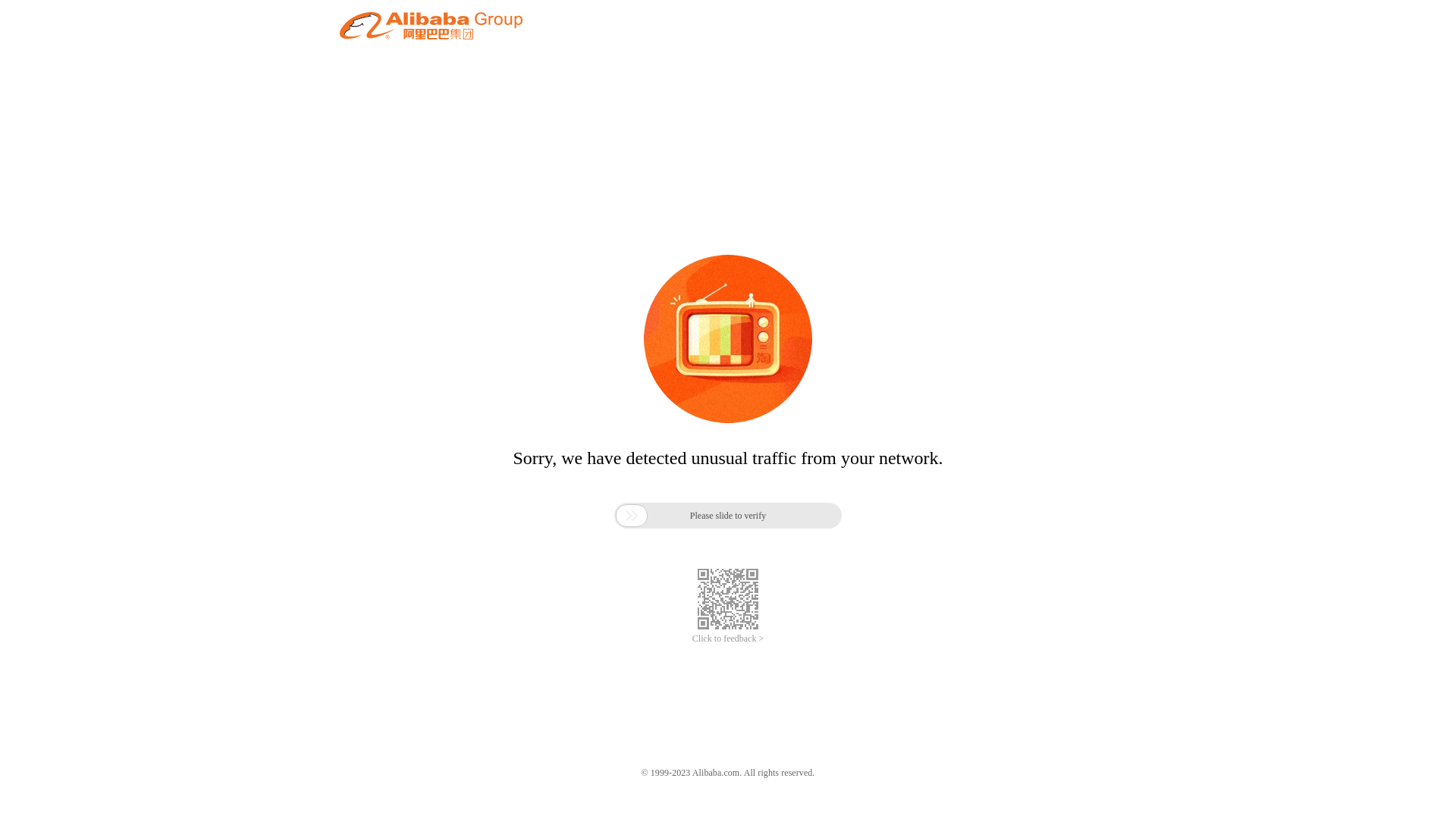  Describe the element at coordinates (728, 639) in the screenshot. I see `'Click to feedback >'` at that location.